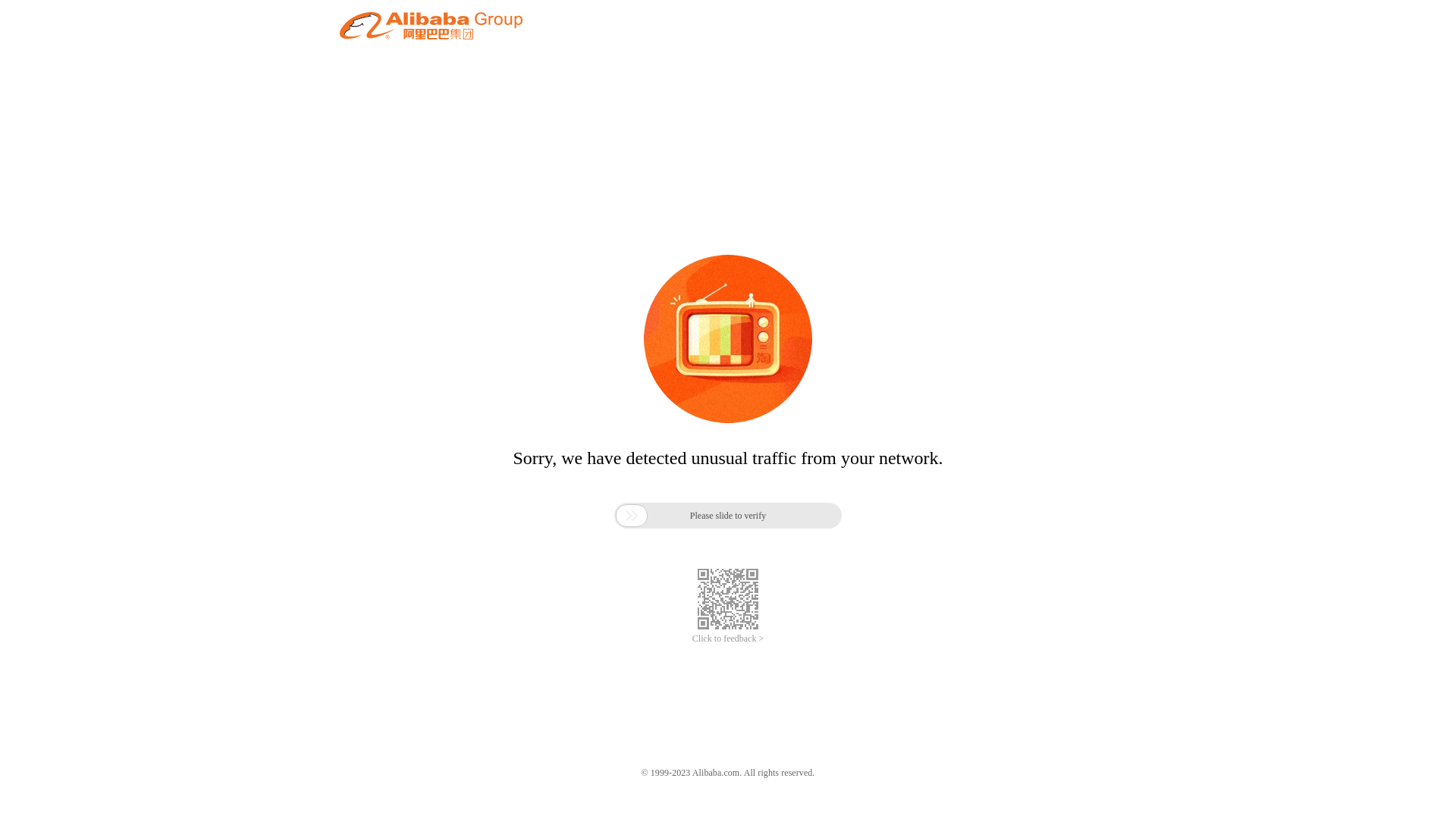  Describe the element at coordinates (728, 639) in the screenshot. I see `'Click to feedback >'` at that location.